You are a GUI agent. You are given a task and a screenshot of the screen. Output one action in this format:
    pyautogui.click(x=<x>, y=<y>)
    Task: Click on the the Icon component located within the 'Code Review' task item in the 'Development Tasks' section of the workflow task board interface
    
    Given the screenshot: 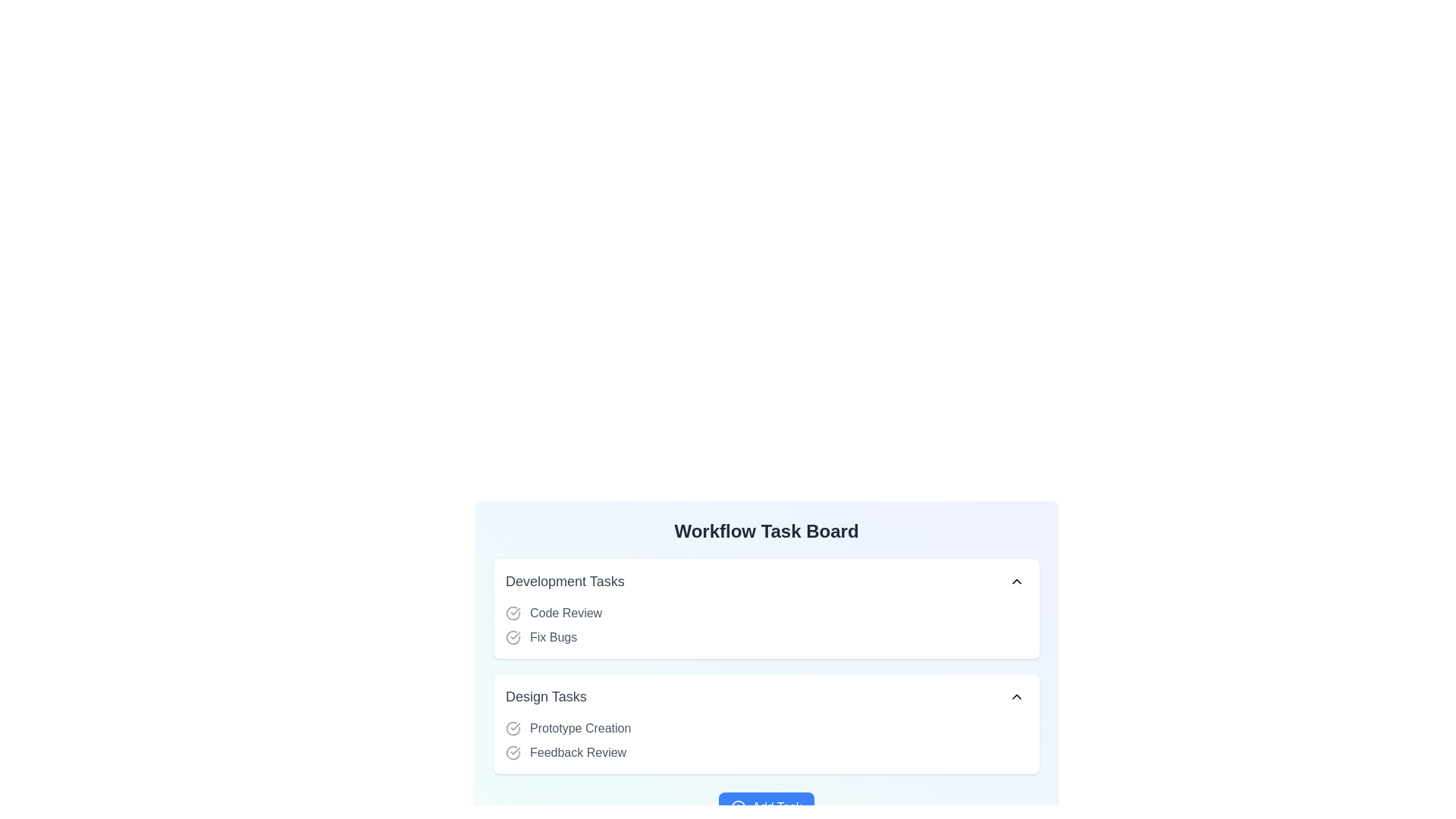 What is the action you would take?
    pyautogui.click(x=513, y=613)
    